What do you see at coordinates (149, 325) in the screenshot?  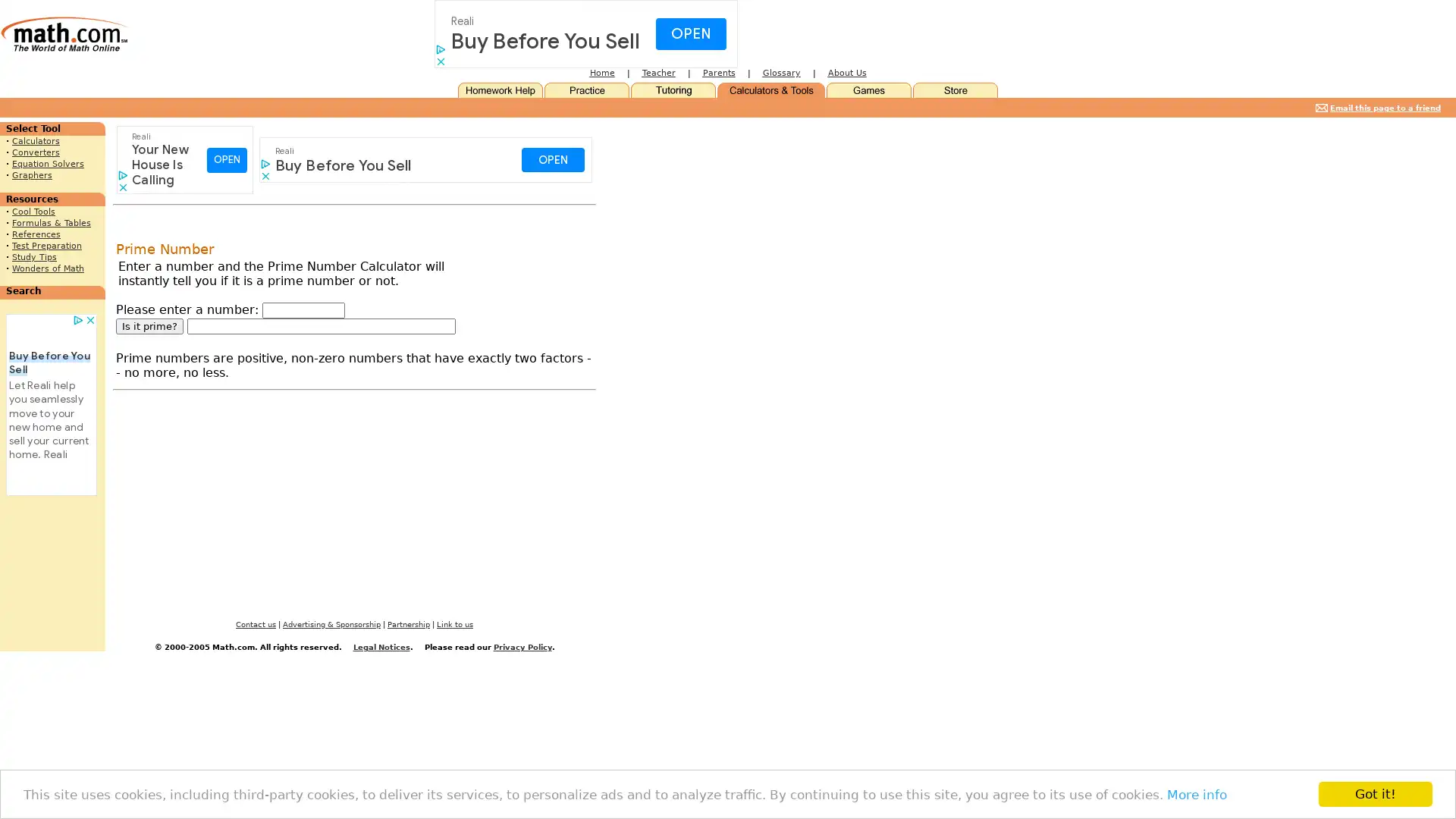 I see `Is it prime?` at bounding box center [149, 325].